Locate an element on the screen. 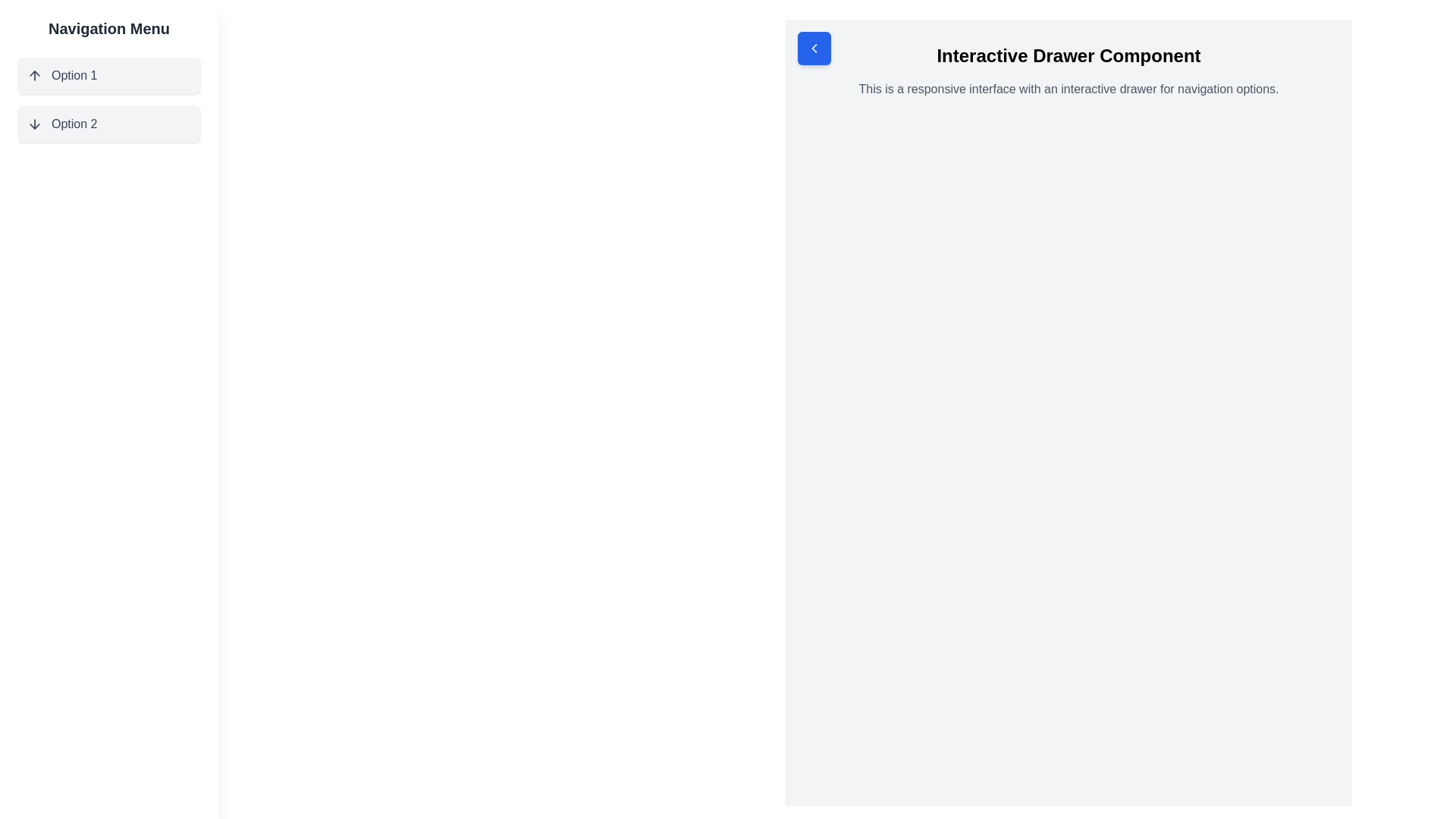  the arrow icon that represents the expandable option for 'Option 2' in the navigation menu is located at coordinates (35, 124).